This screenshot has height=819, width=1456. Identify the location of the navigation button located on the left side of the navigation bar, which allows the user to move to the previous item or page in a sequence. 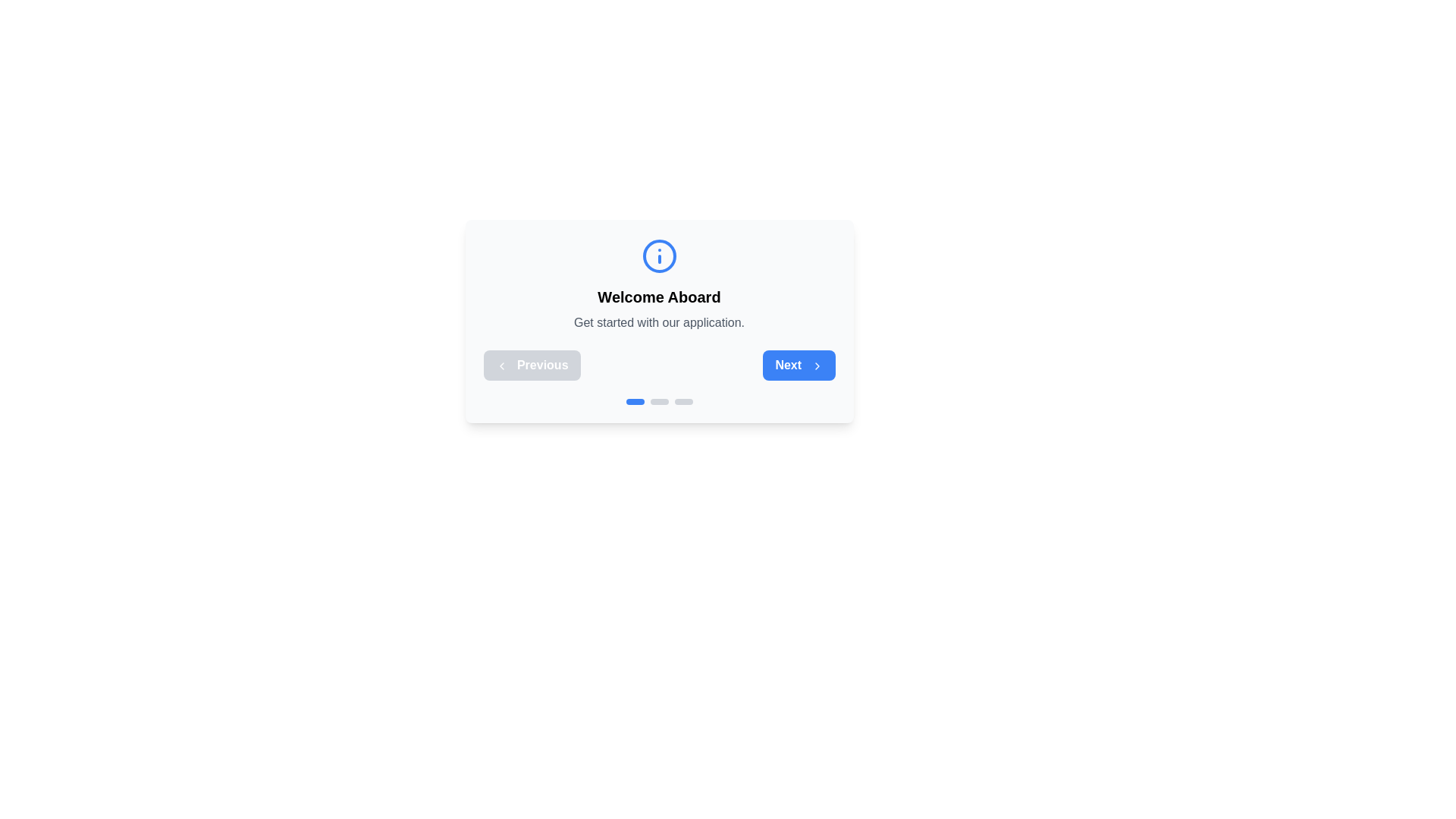
(532, 366).